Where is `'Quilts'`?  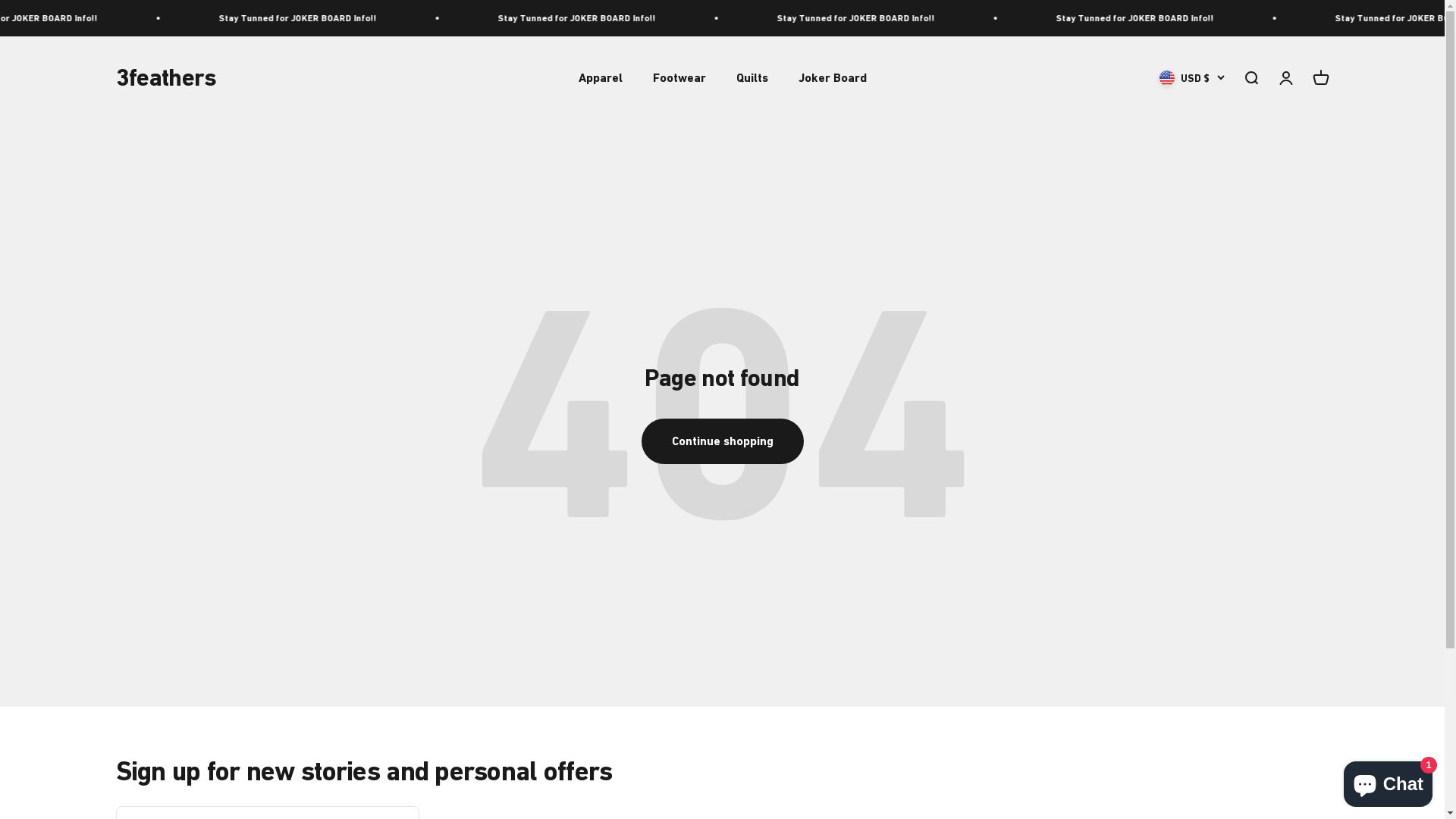
'Quilts' is located at coordinates (751, 77).